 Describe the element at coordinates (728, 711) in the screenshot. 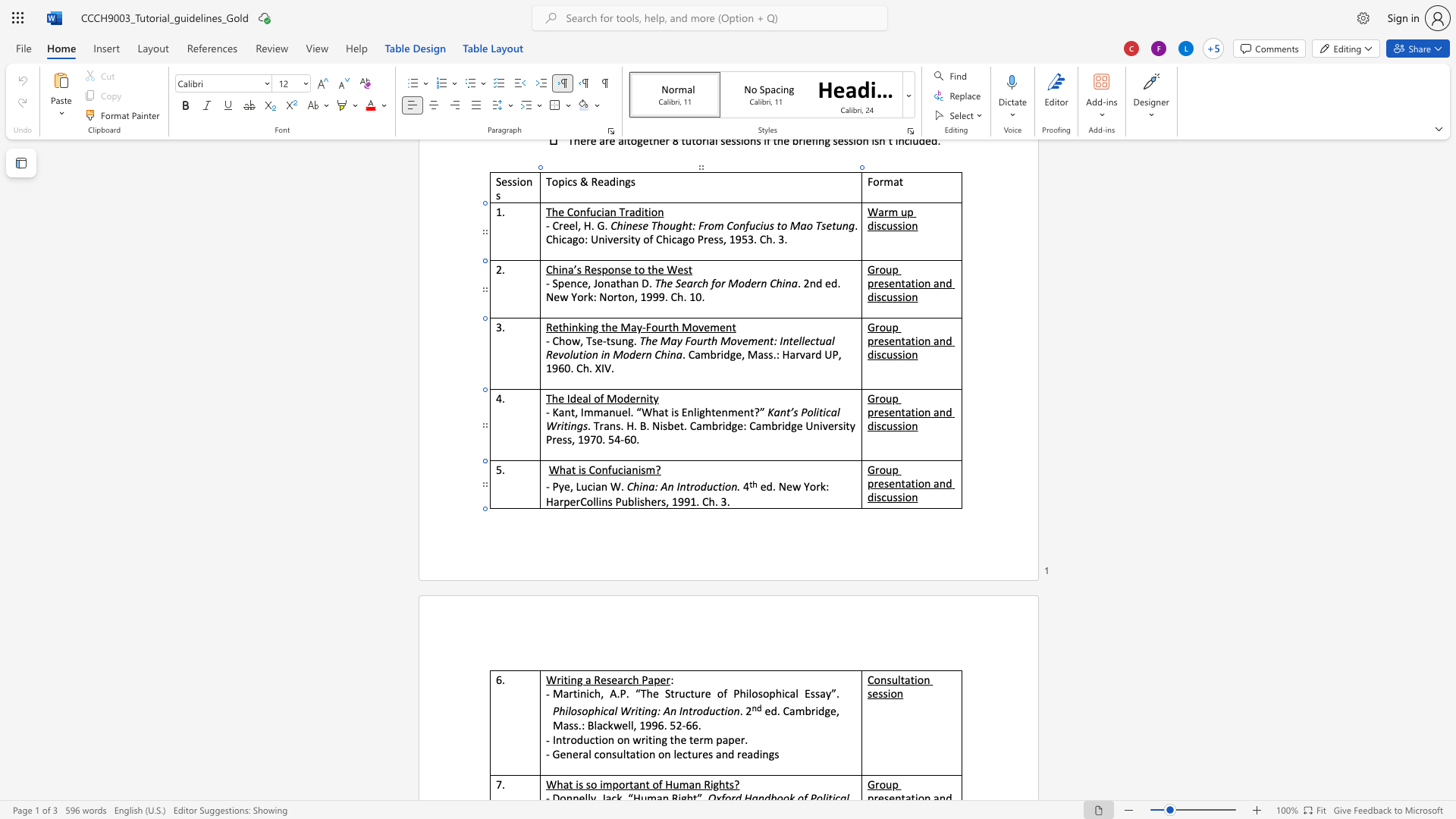

I see `the space between the continuous character "i" and "o" in the text` at that location.